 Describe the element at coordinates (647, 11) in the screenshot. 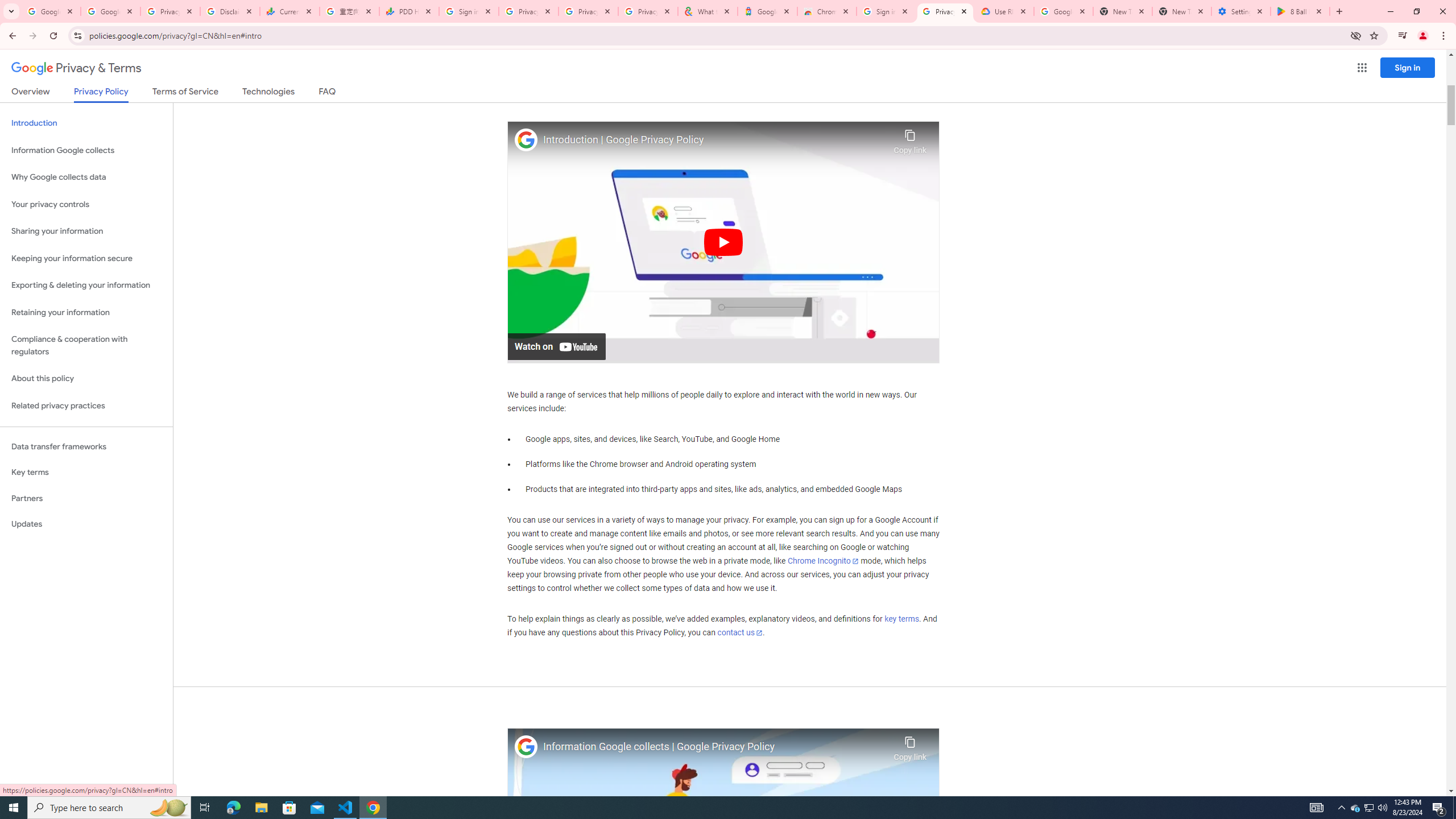

I see `'Privacy Checkup'` at that location.